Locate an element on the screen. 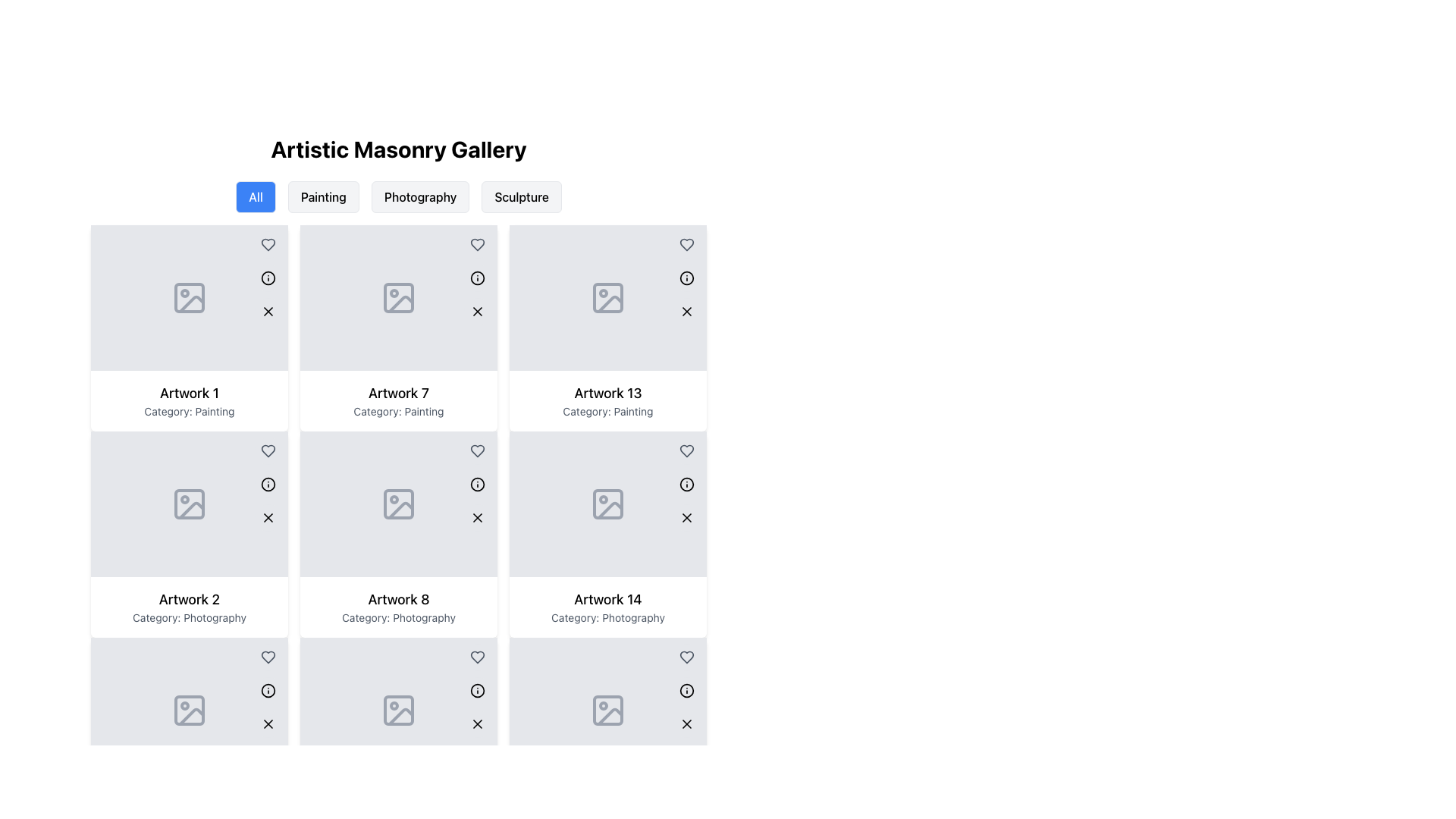 This screenshot has width=1456, height=819. the close button icon located at the bottom-right corner of the 'Artwork 8' card in the Photography category is located at coordinates (476, 516).